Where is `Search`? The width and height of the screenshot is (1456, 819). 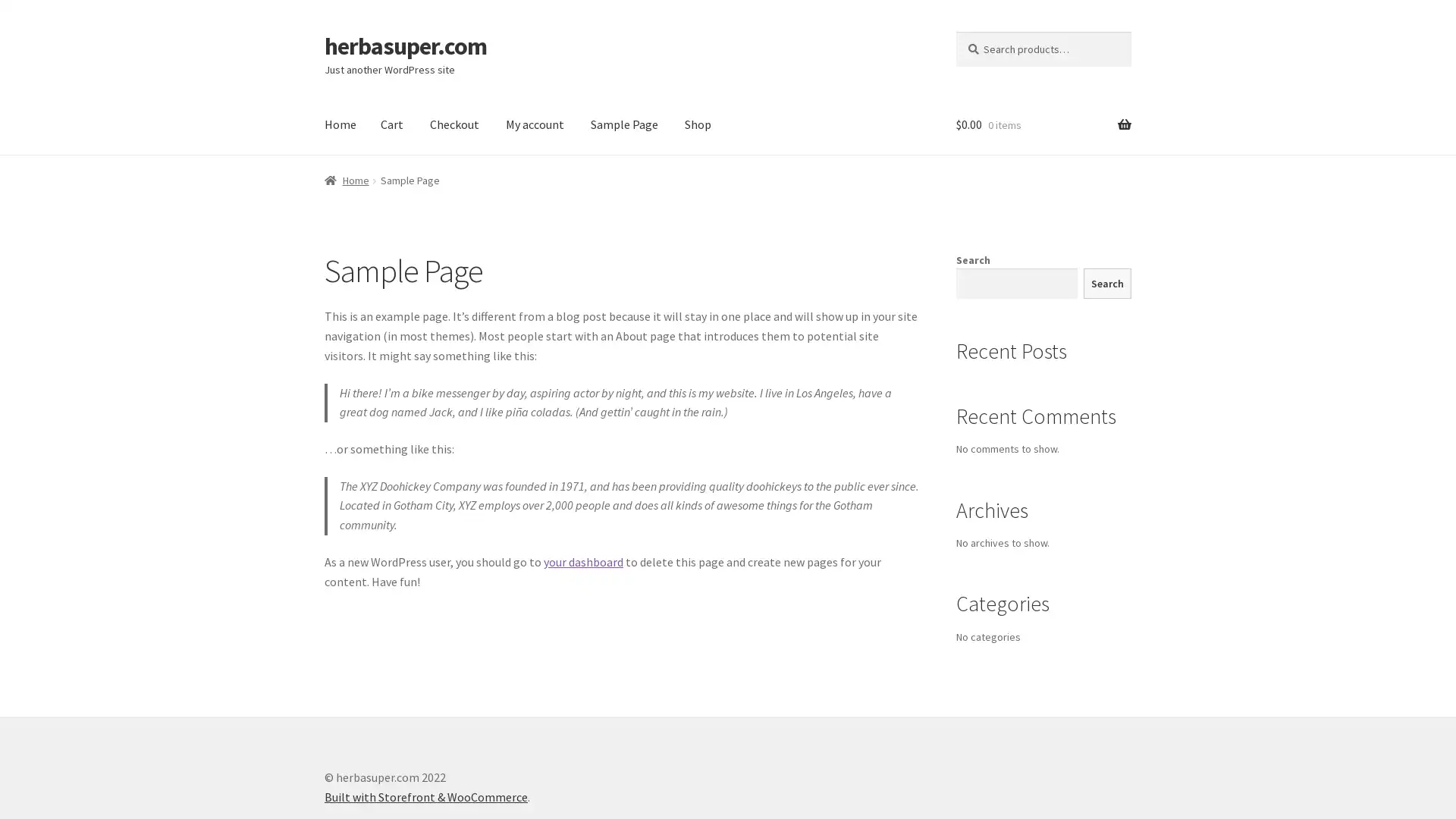 Search is located at coordinates (1106, 284).